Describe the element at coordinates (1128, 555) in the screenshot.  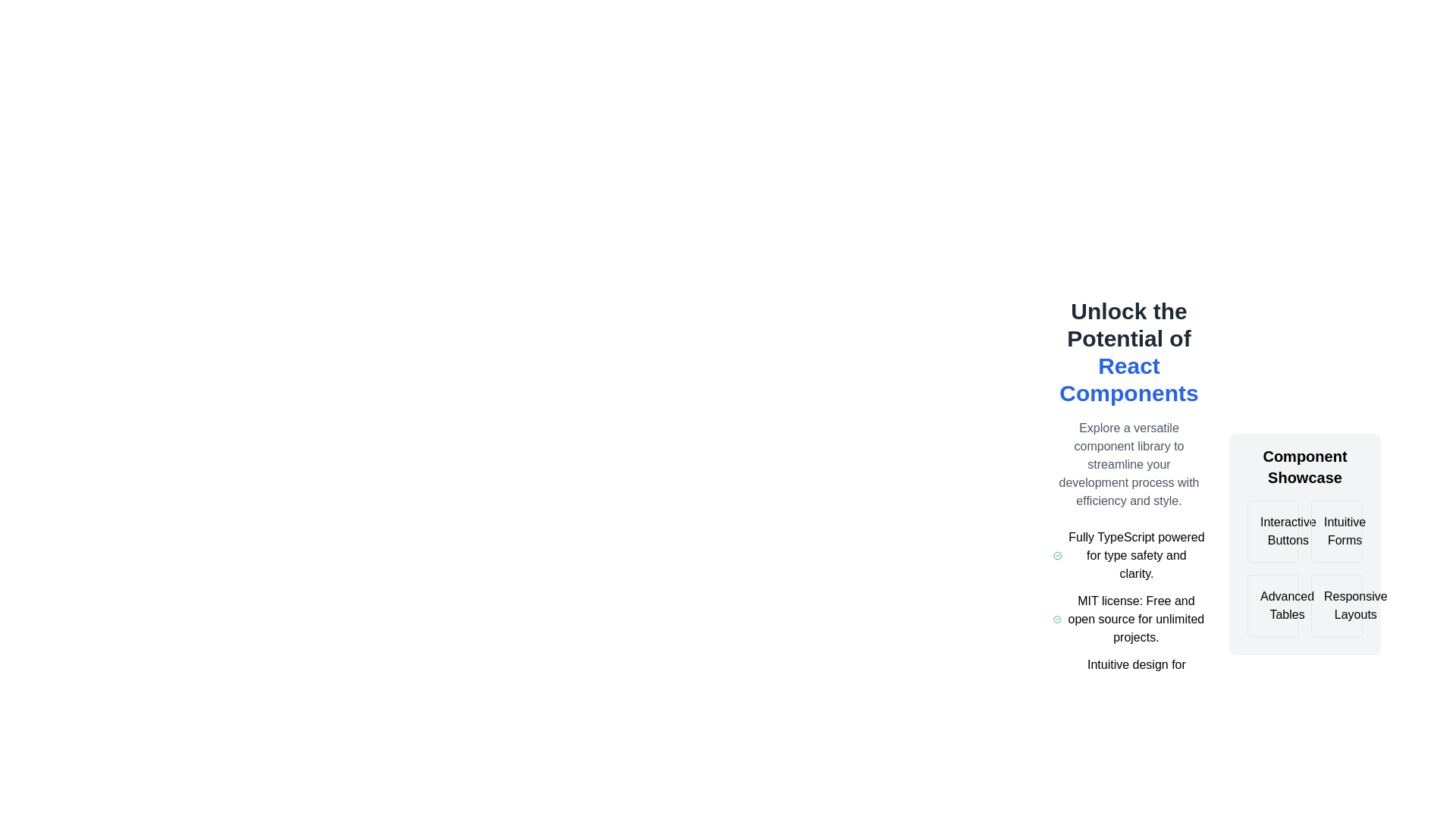
I see `the informational text stating 'Fully TypeScript powered for type safety and clarity.' with the green checkmark icon` at that location.